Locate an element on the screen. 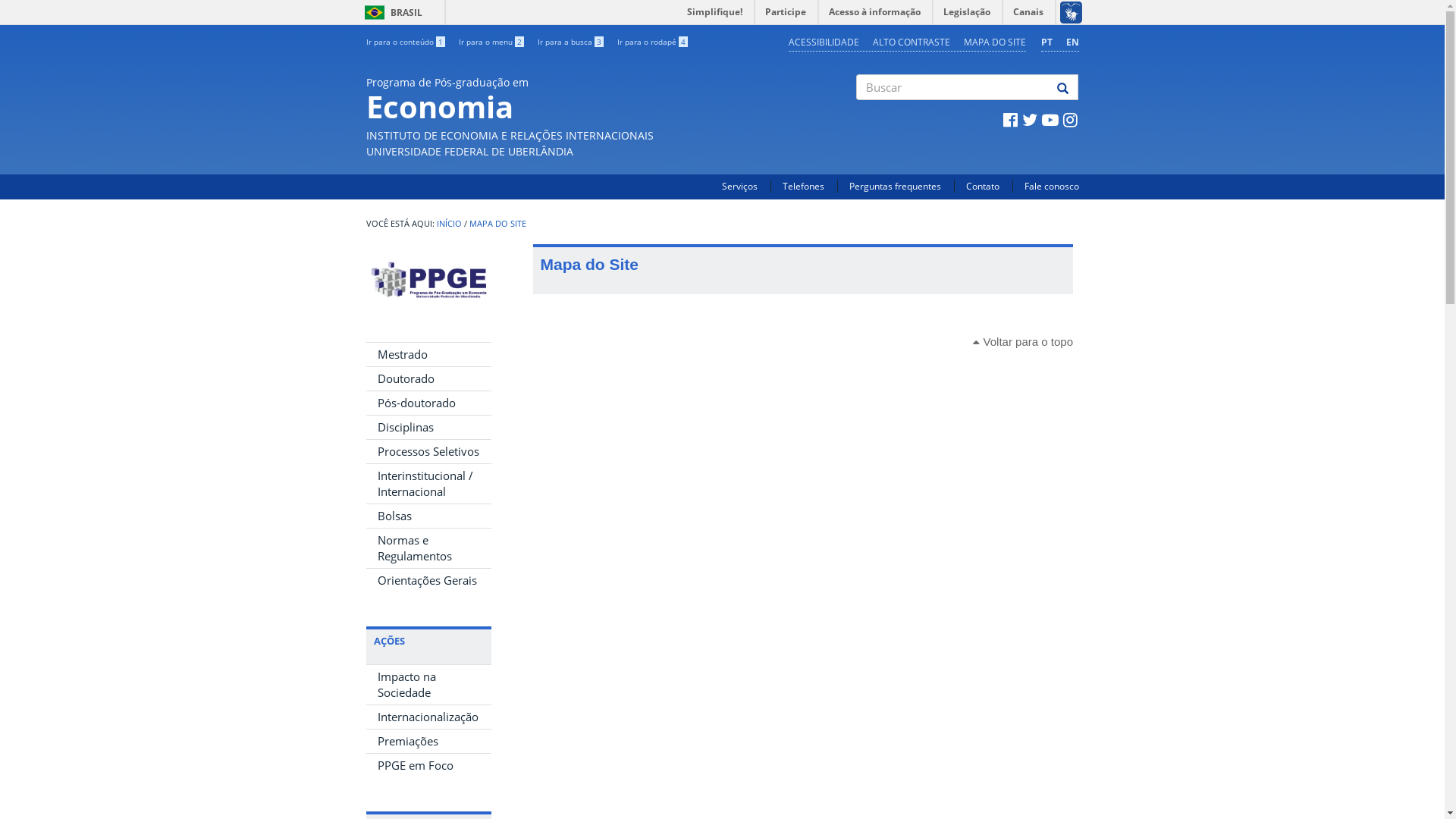 Image resolution: width=1456 pixels, height=819 pixels. 'Impacto na Sociedade' is located at coordinates (427, 684).